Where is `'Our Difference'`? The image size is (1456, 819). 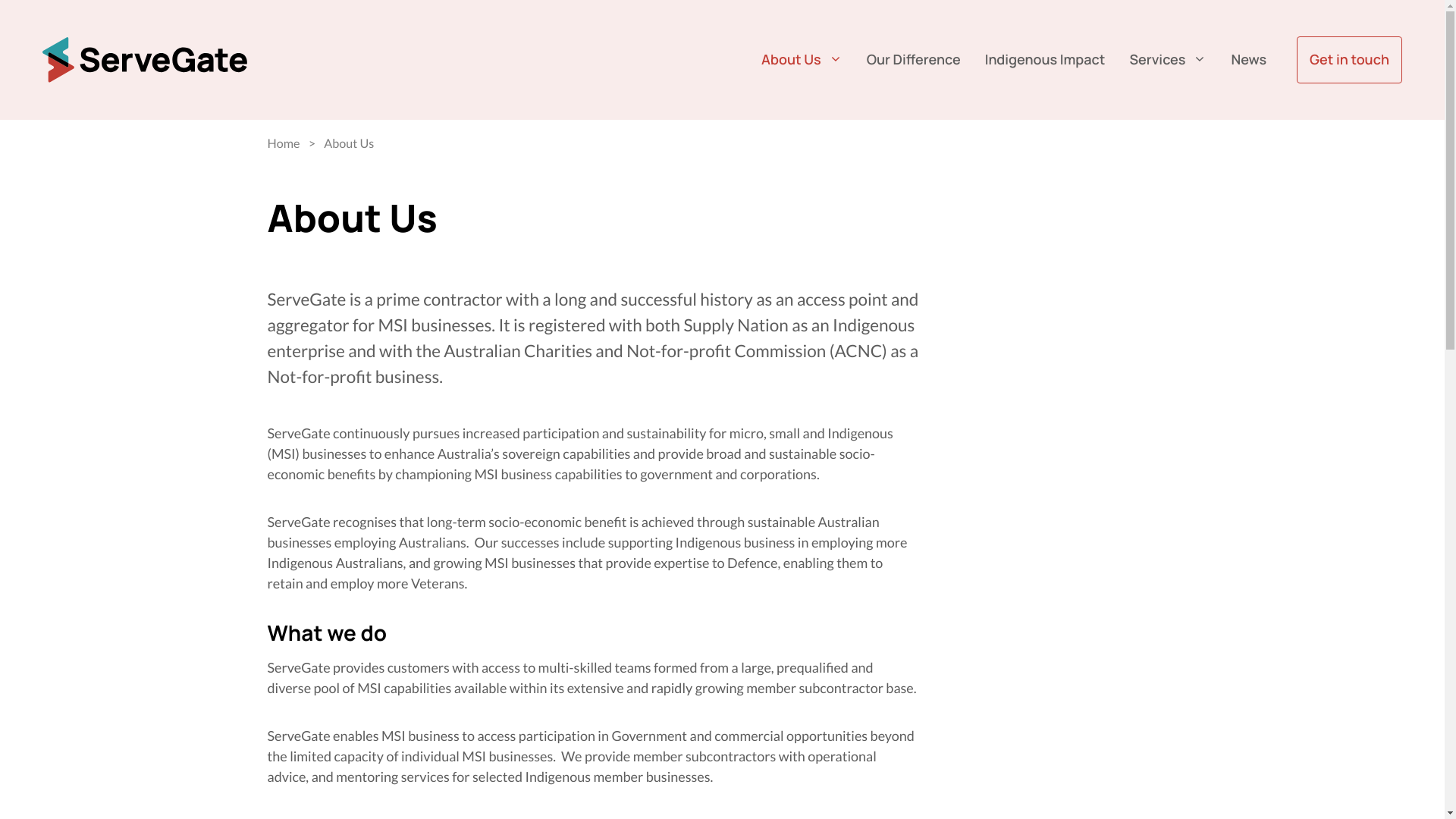 'Our Difference' is located at coordinates (912, 58).